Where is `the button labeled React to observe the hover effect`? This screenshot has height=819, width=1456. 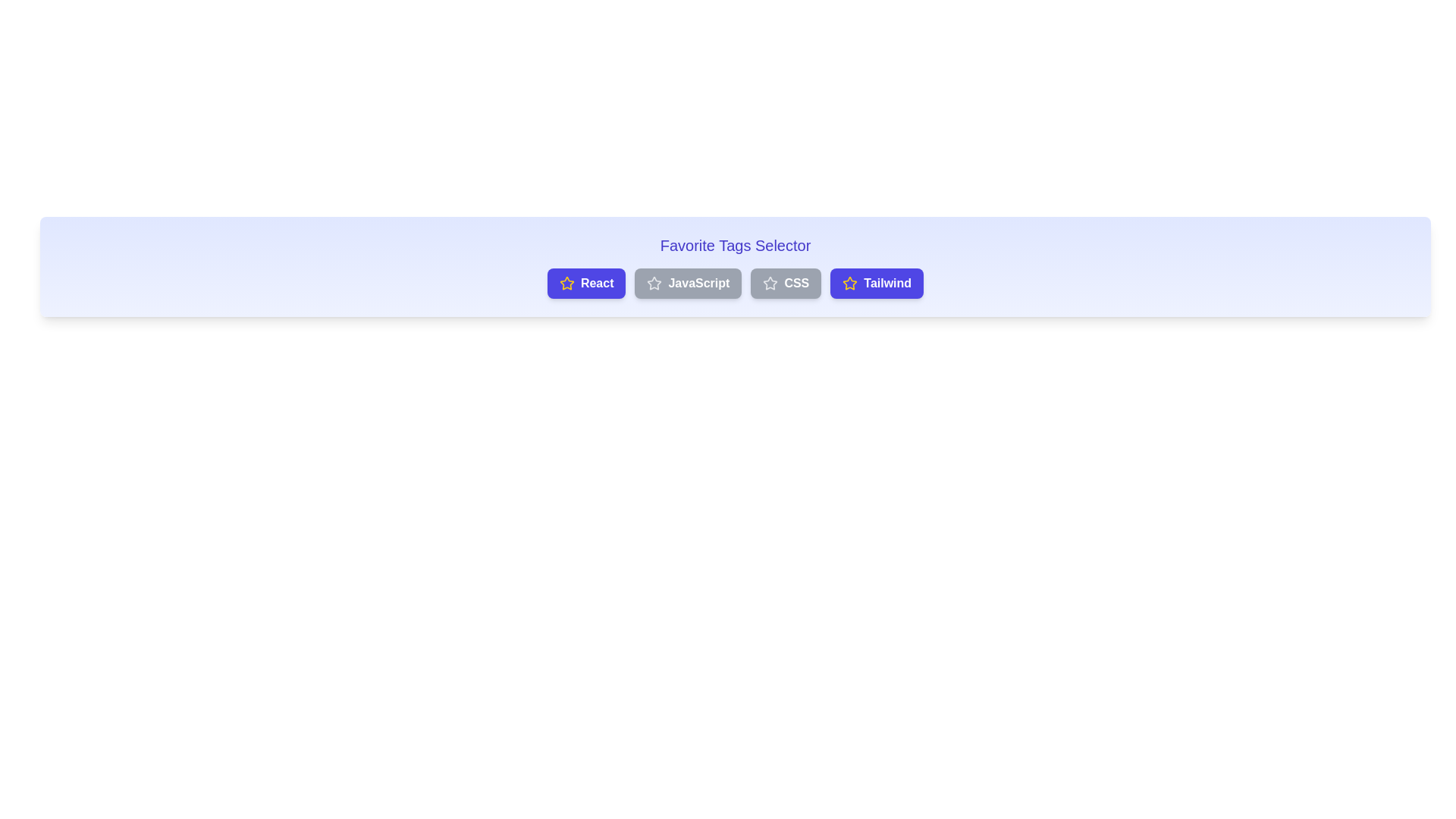 the button labeled React to observe the hover effect is located at coordinates (585, 284).